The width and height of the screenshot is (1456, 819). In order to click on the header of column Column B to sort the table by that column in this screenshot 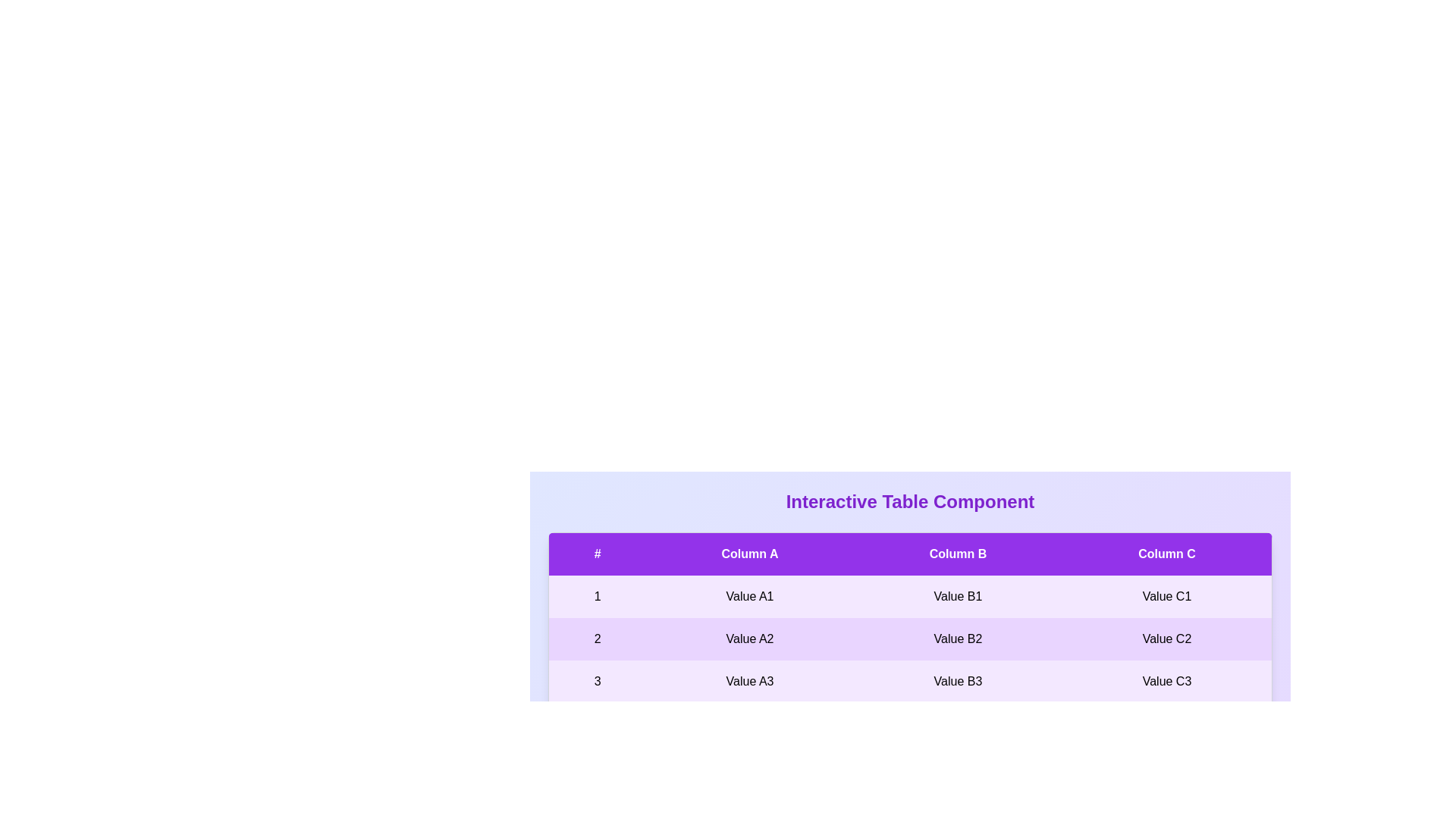, I will do `click(957, 554)`.